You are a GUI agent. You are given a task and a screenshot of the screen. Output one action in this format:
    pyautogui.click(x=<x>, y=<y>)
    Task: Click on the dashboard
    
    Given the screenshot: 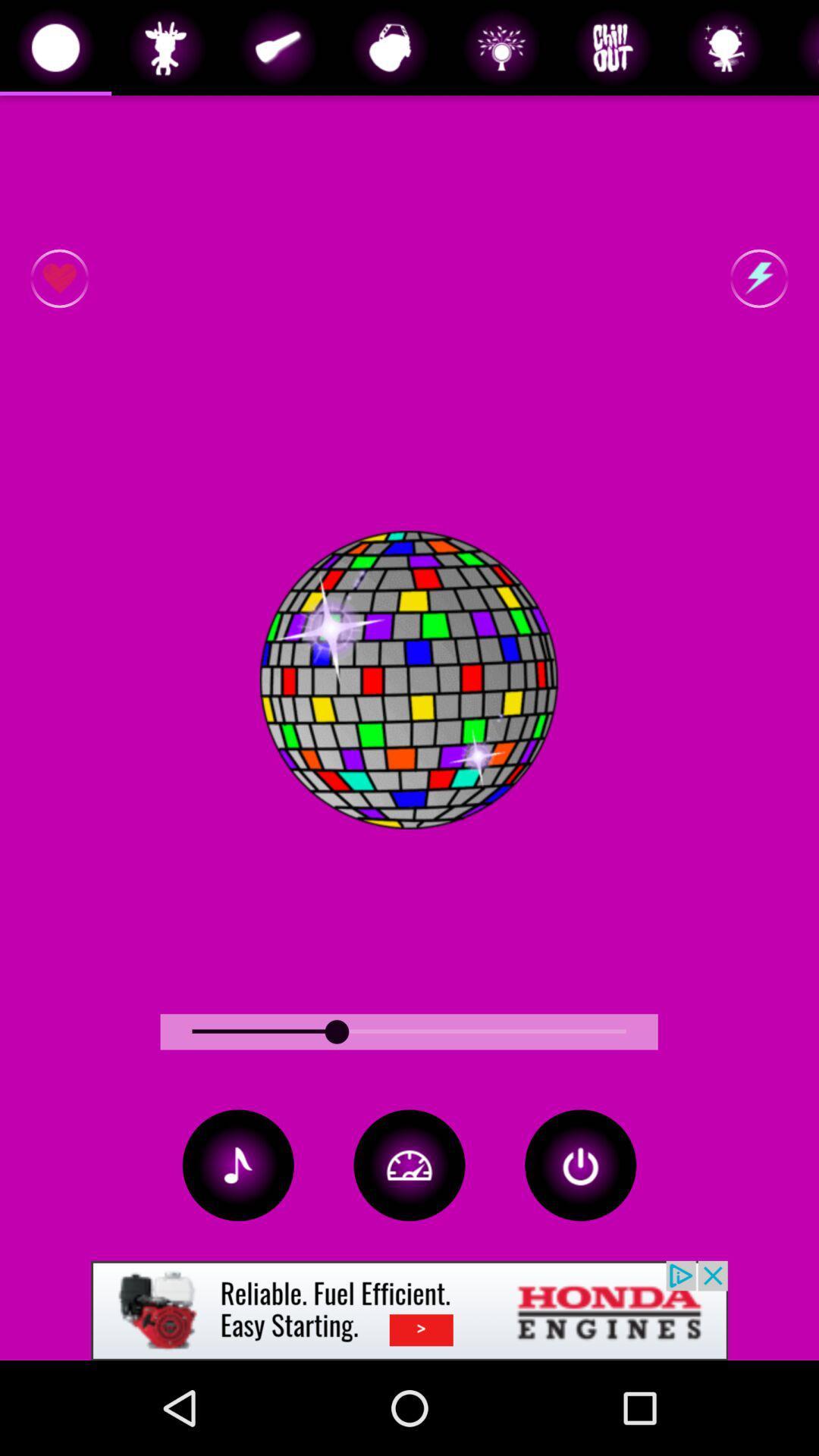 What is the action you would take?
    pyautogui.click(x=409, y=1164)
    